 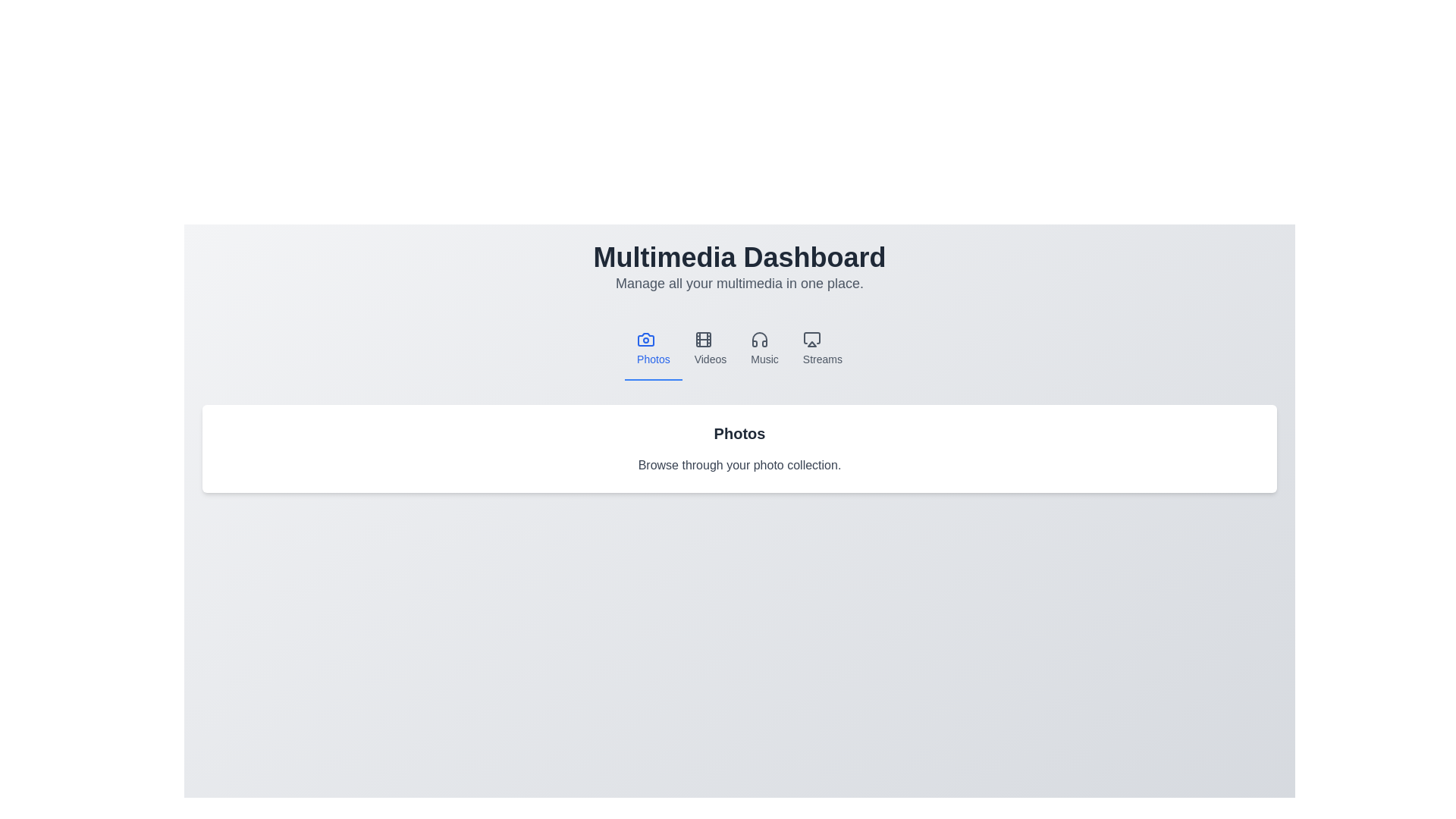 I want to click on the Videos tab to view its content, so click(x=709, y=350).